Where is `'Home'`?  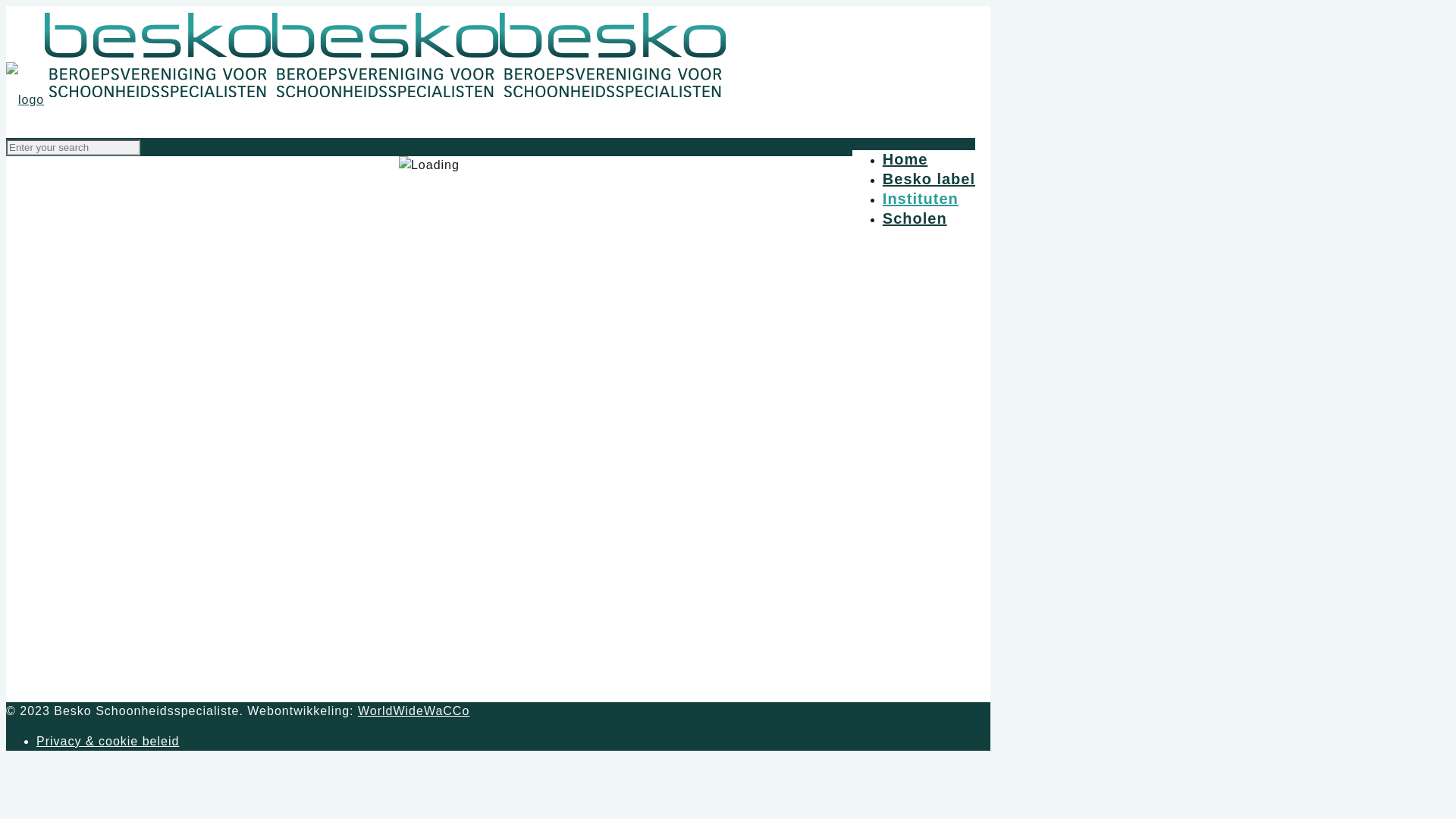
'Home' is located at coordinates (905, 158).